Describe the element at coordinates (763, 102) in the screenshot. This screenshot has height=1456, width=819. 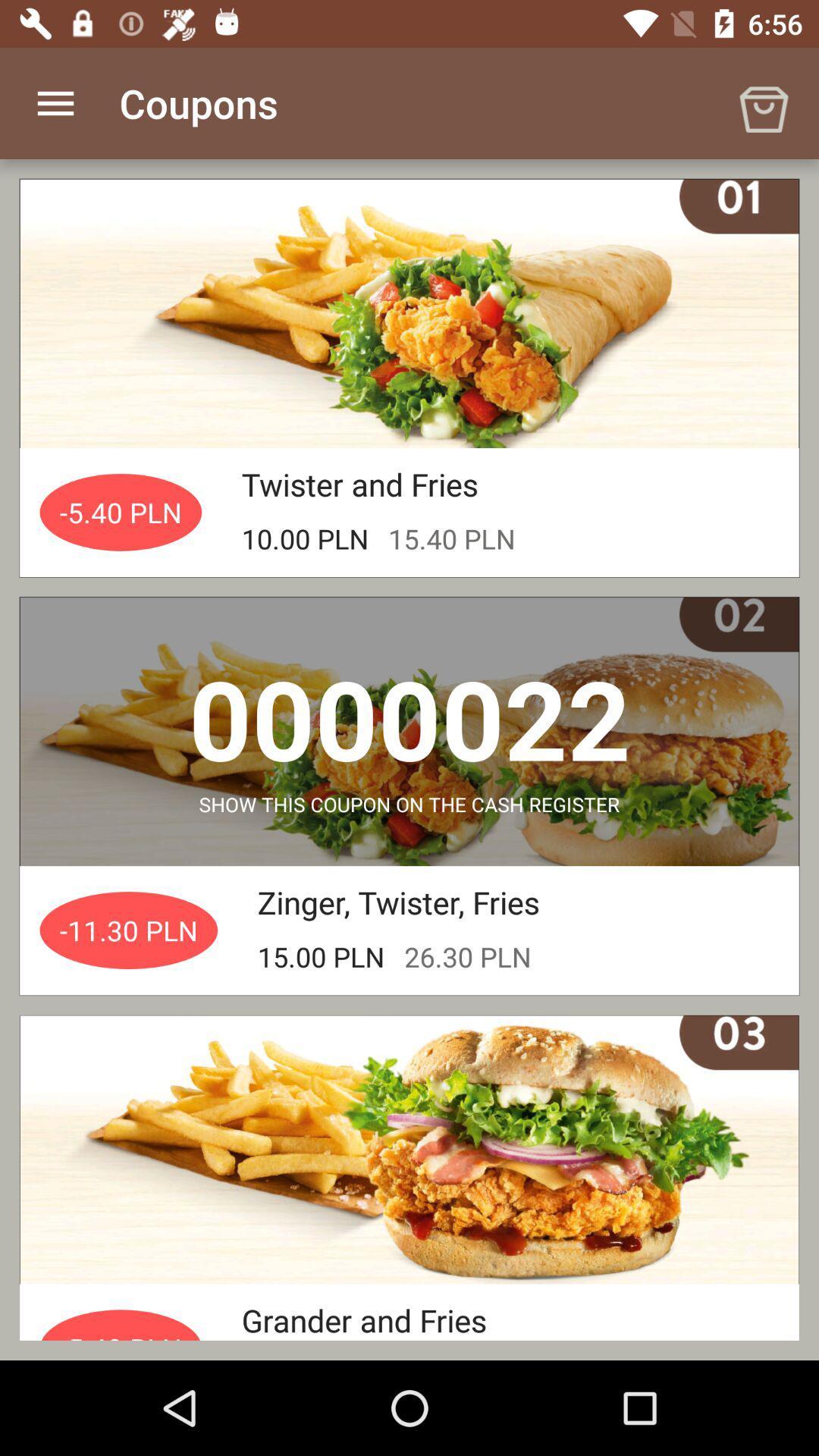
I see `the icon at the top right corner` at that location.